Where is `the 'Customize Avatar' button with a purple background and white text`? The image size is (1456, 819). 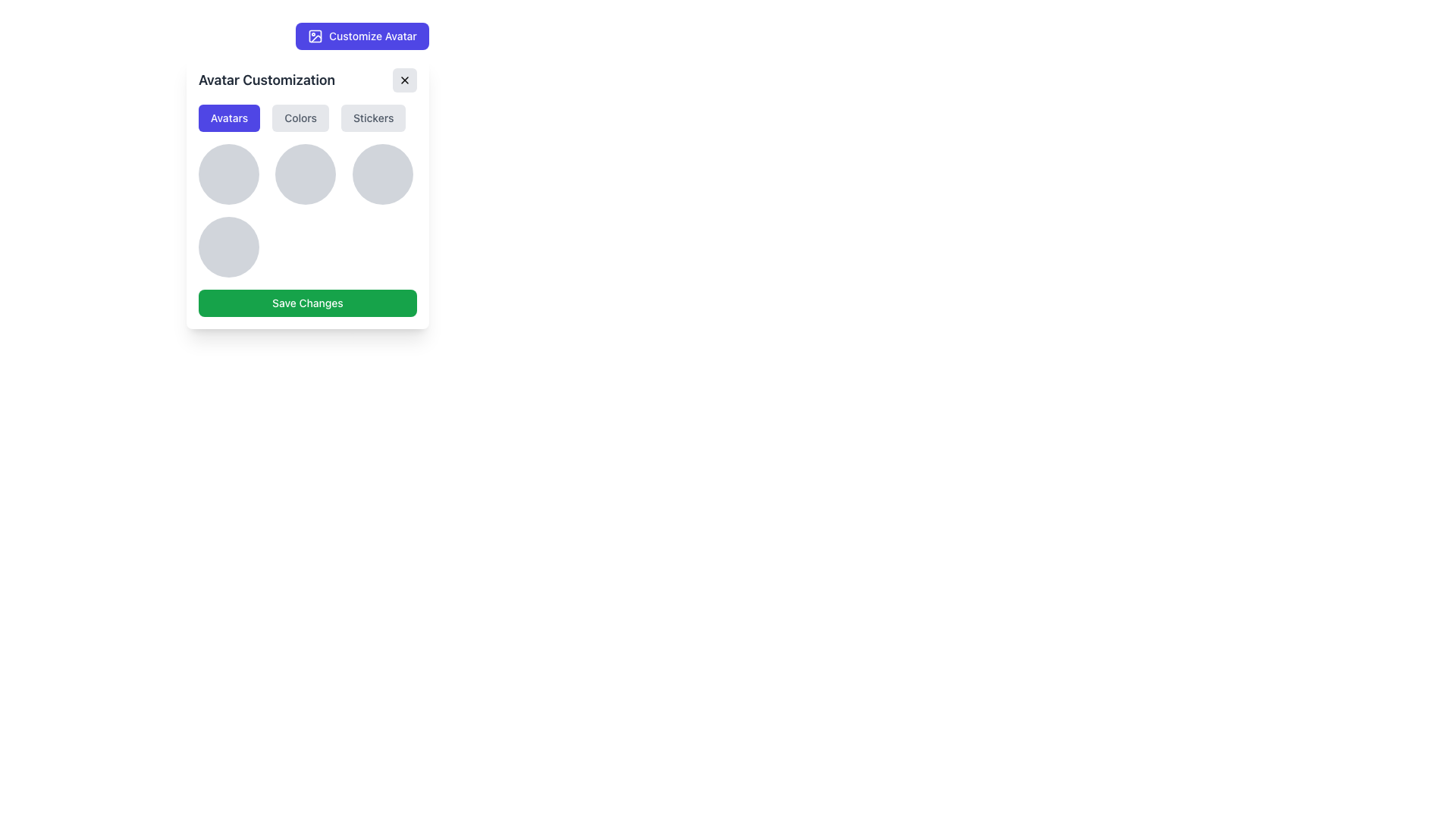
the 'Customize Avatar' button with a purple background and white text is located at coordinates (362, 35).